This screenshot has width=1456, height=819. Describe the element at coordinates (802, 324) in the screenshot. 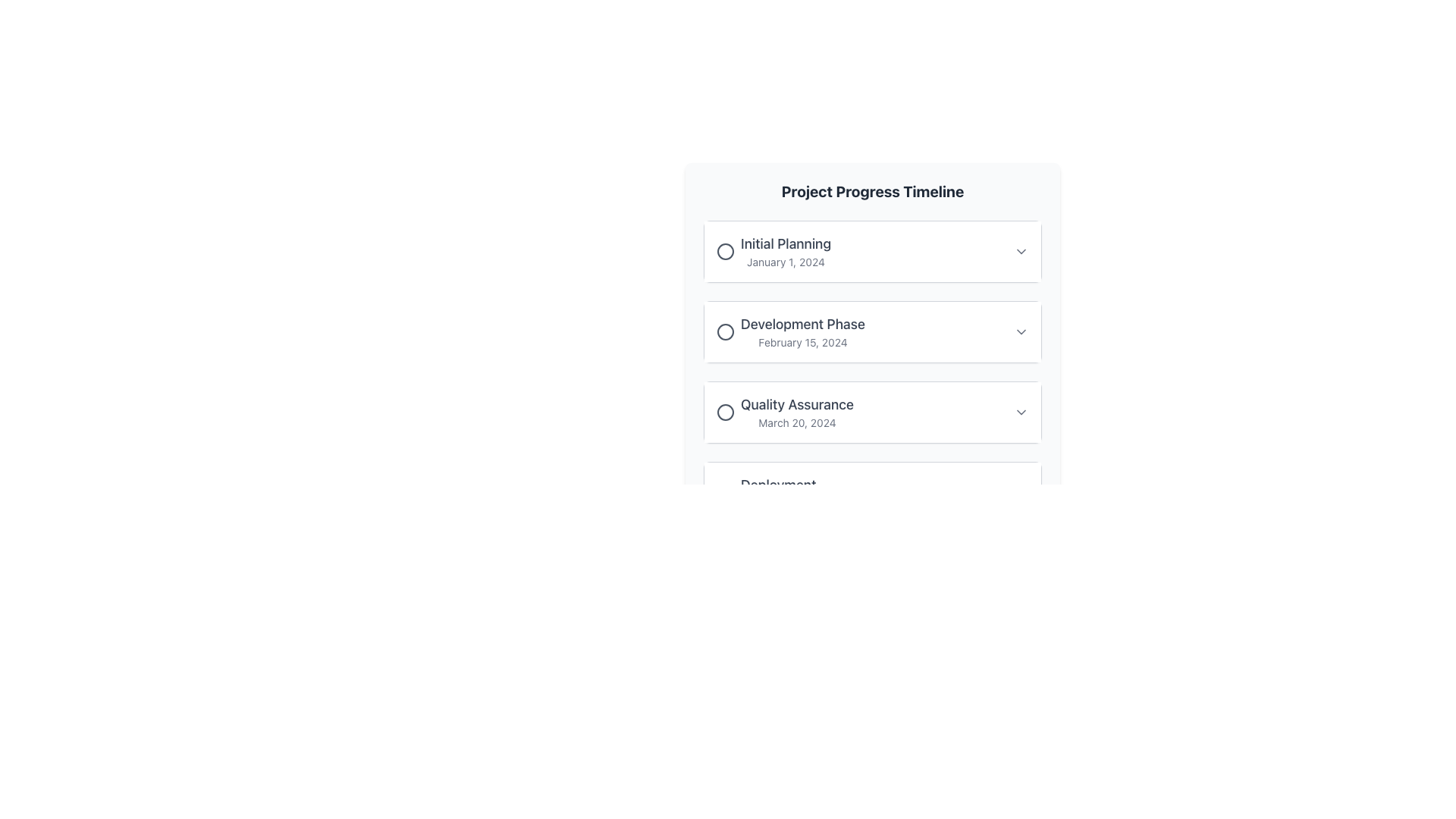

I see `the Text label that describes the current or upcoming project stage in the project timeline, located above the 'February 15, 2024' date text` at that location.